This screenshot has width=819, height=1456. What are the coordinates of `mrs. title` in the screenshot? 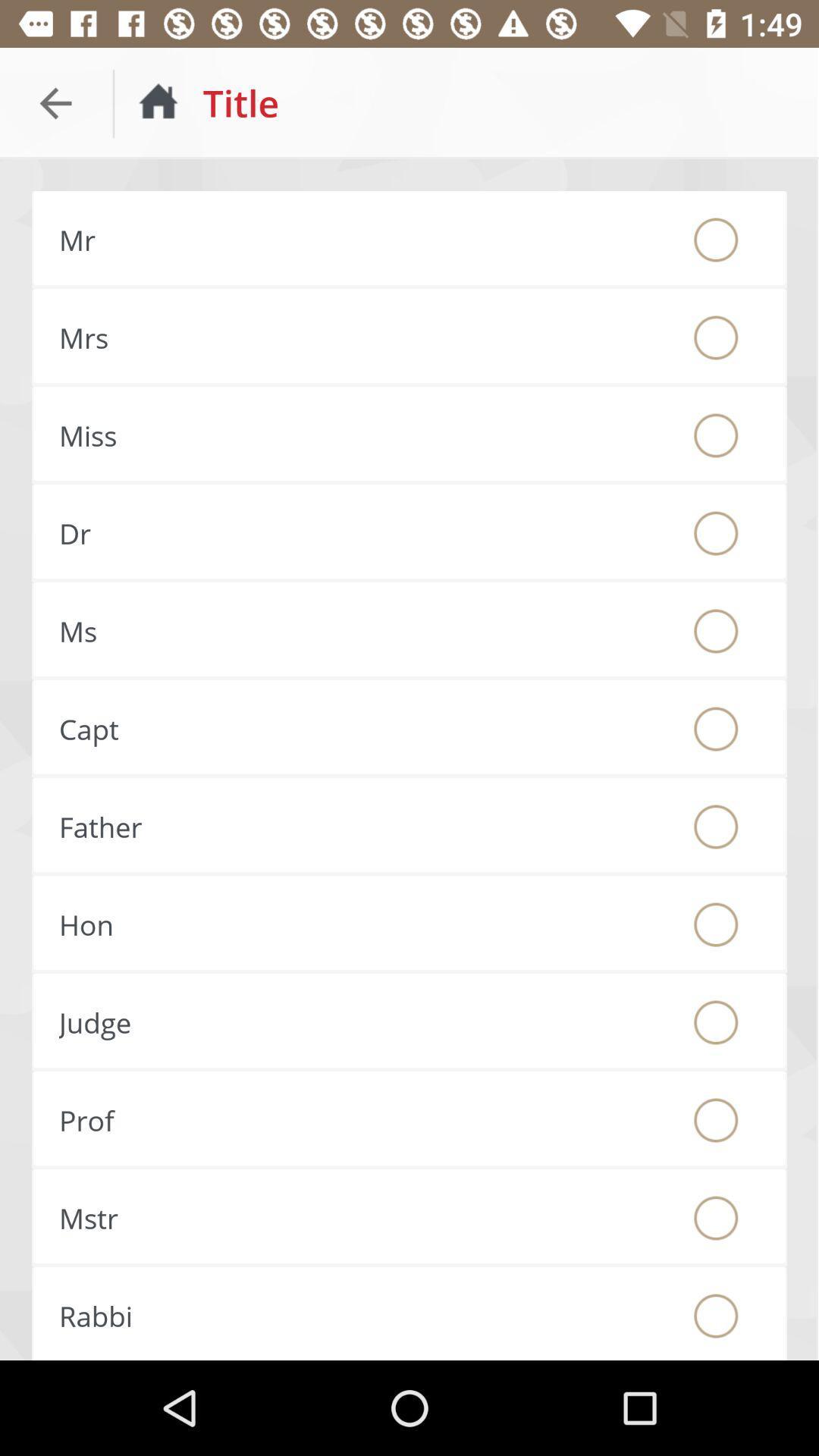 It's located at (716, 337).